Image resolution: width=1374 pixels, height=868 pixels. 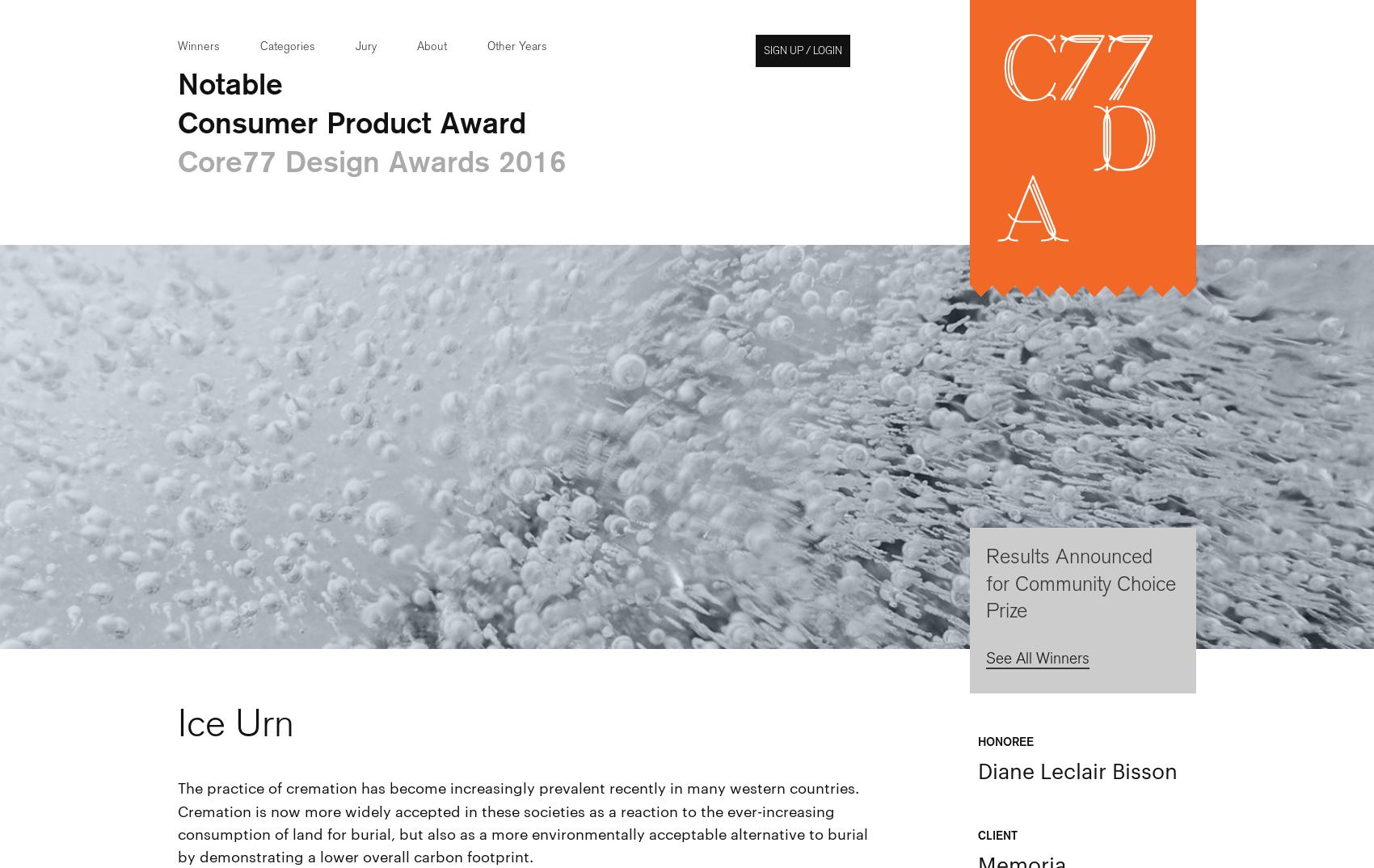 What do you see at coordinates (517, 45) in the screenshot?
I see `'Other Years'` at bounding box center [517, 45].